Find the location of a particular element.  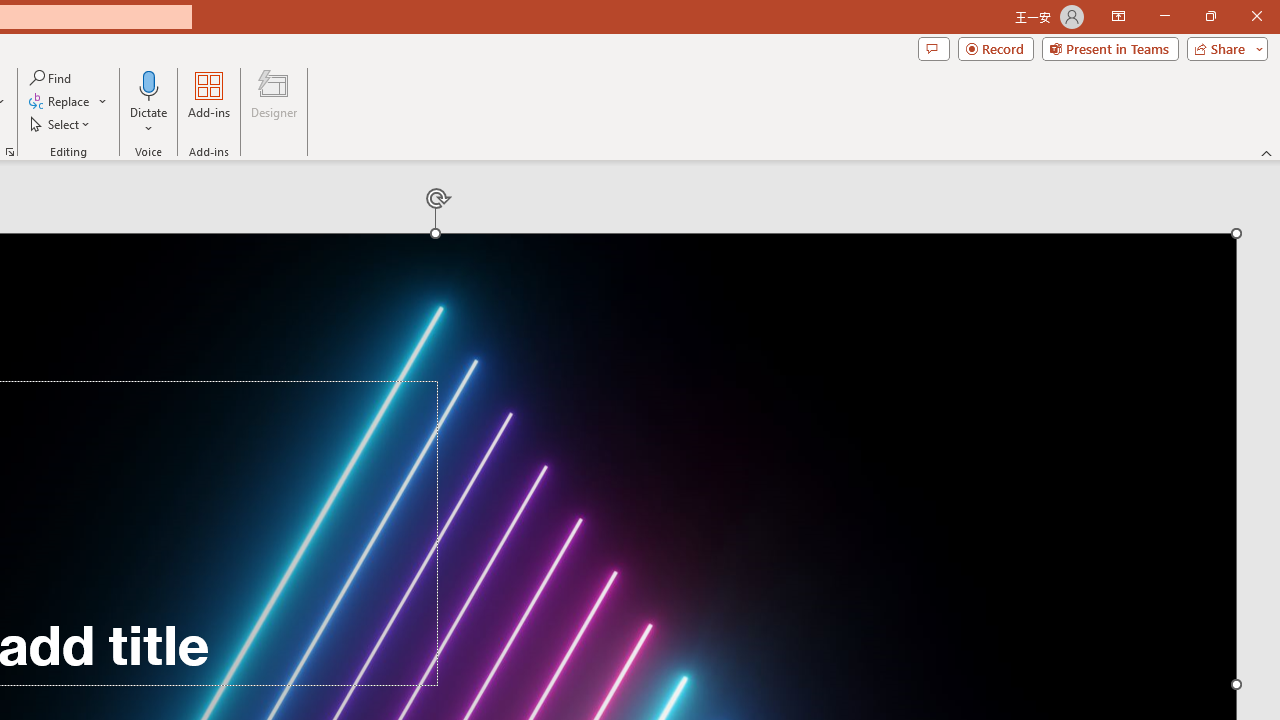

'Find...' is located at coordinates (51, 77).